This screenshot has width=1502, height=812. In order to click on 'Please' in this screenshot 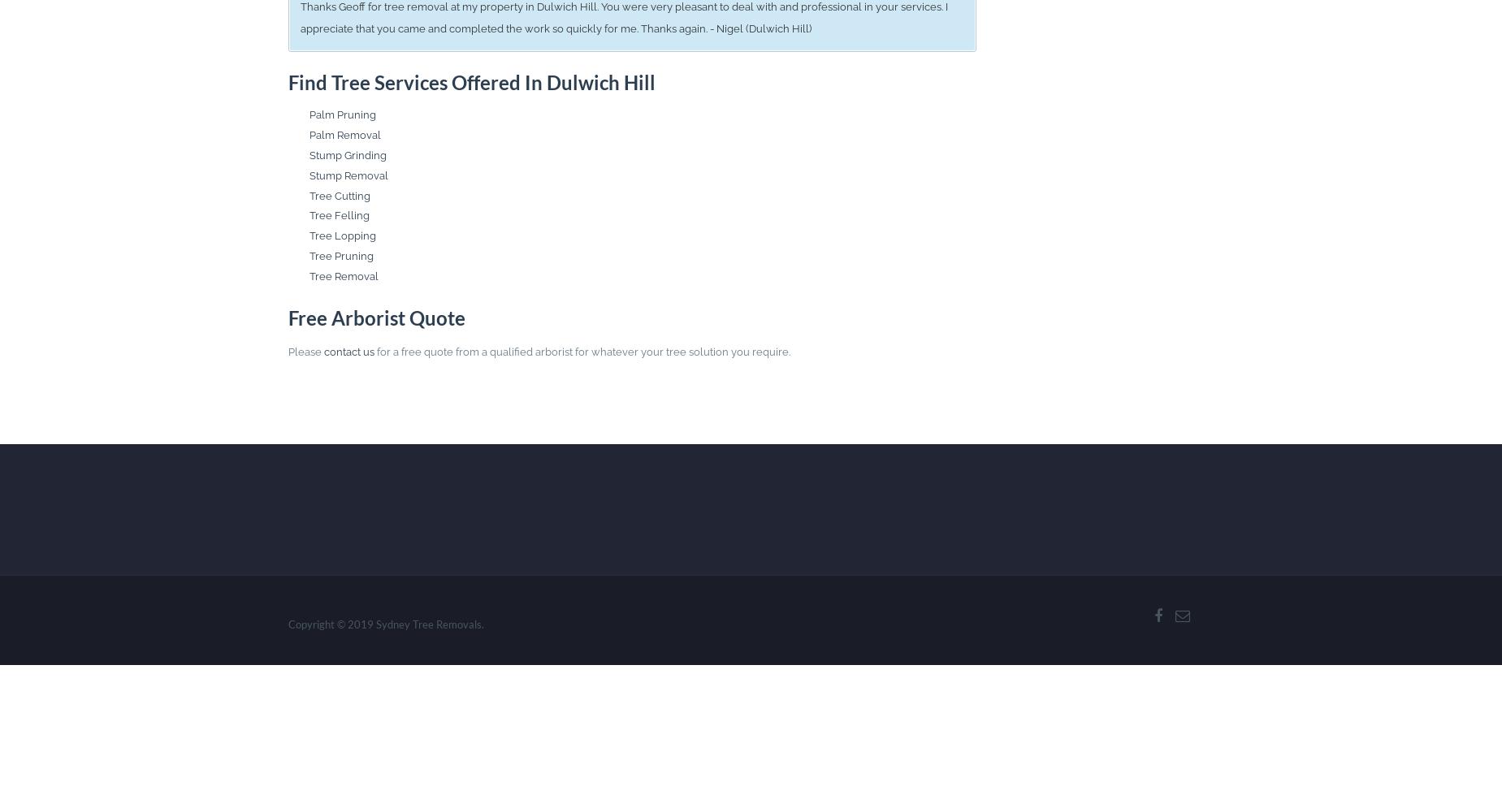, I will do `click(305, 352)`.